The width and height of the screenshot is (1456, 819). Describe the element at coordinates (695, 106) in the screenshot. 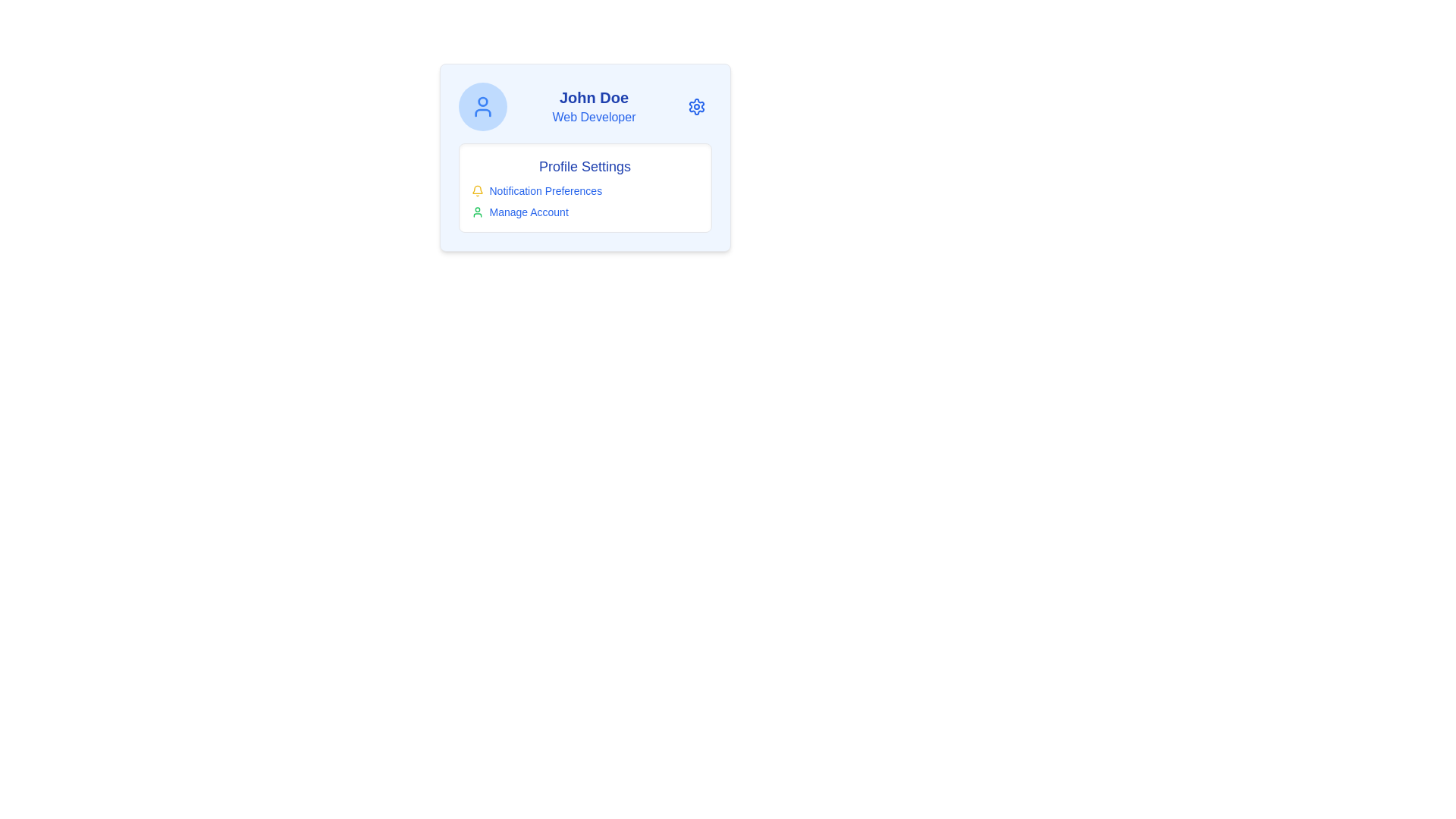

I see `the settings cogwheel icon located at the top-right corner of the profile card` at that location.